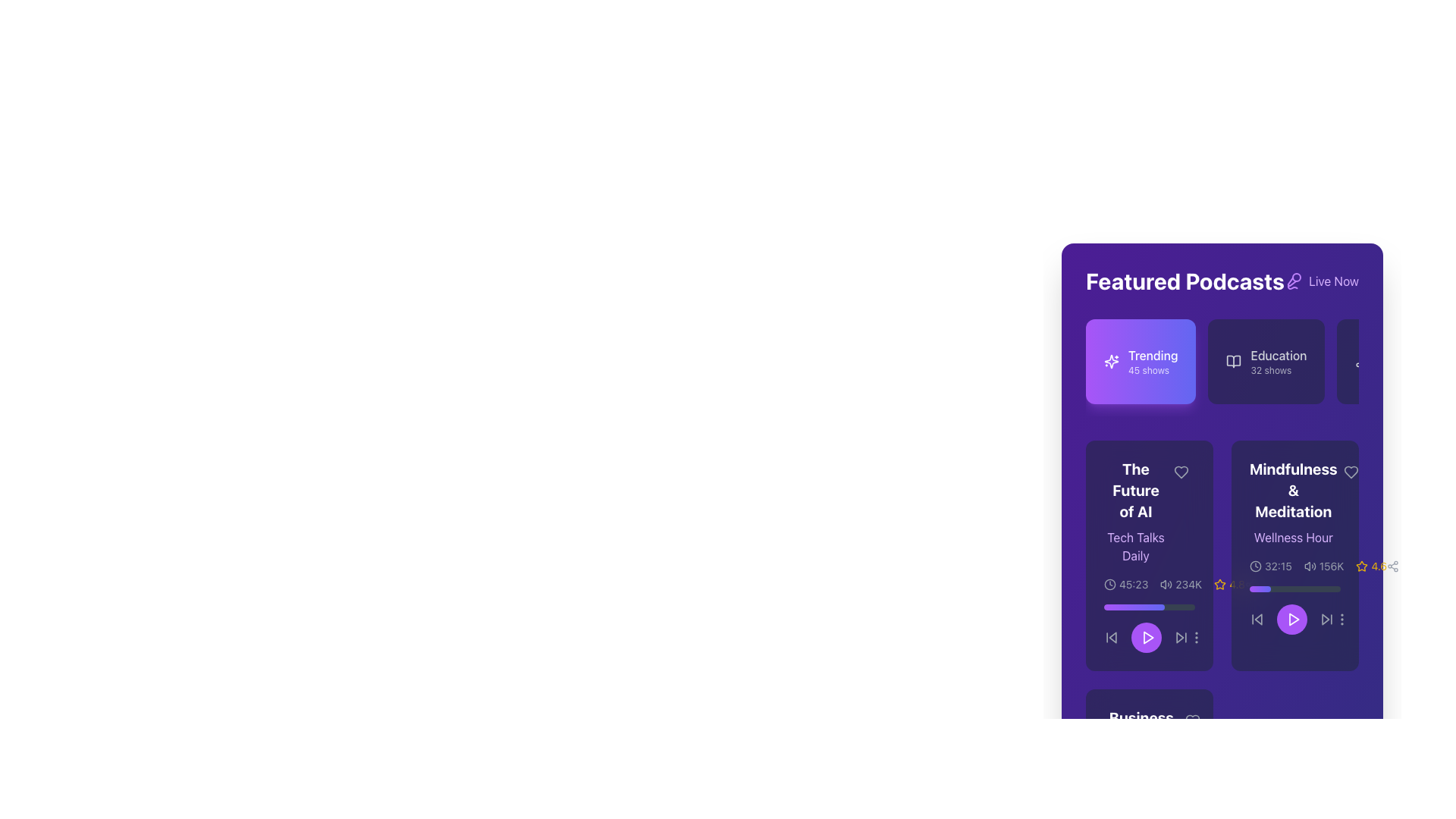 This screenshot has width=1456, height=819. What do you see at coordinates (1131, 607) in the screenshot?
I see `the slider value` at bounding box center [1131, 607].